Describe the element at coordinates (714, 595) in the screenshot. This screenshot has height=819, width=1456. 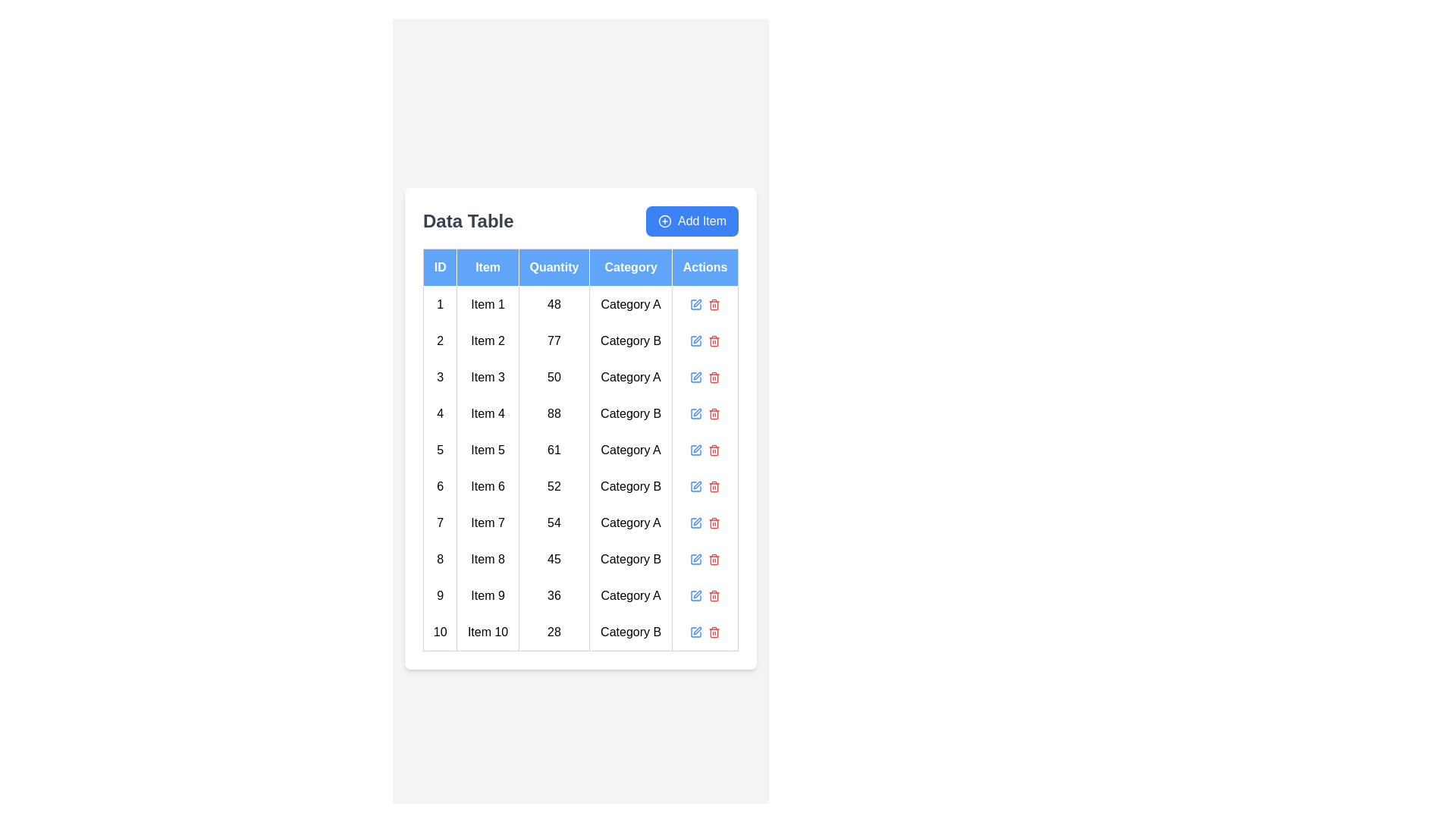
I see `the red trash can icon button located in the ninth row of the actions column of the table, next to 'Category A'` at that location.